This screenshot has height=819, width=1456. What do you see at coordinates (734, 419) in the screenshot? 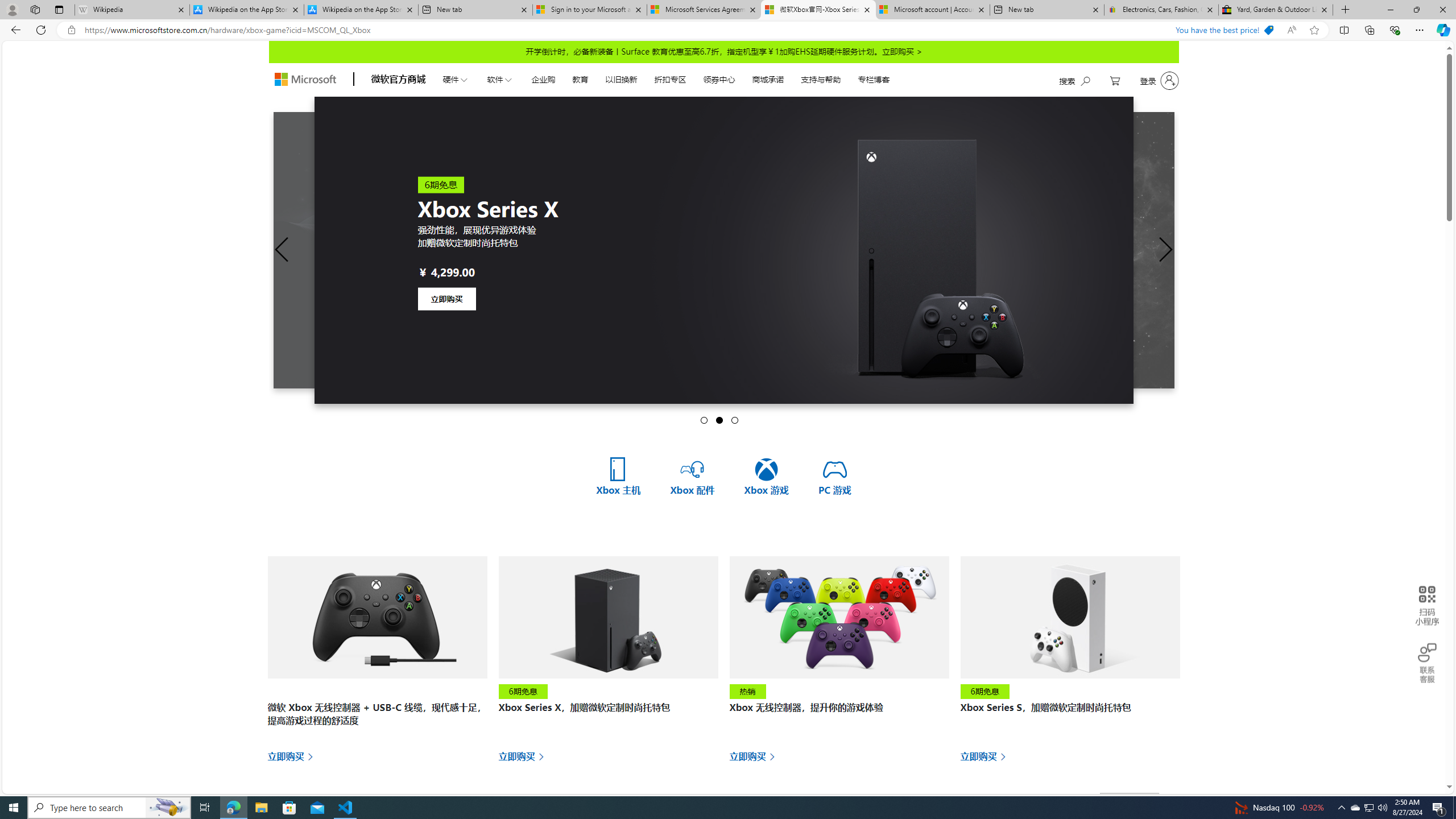
I see `'Go to slide 3'` at bounding box center [734, 419].